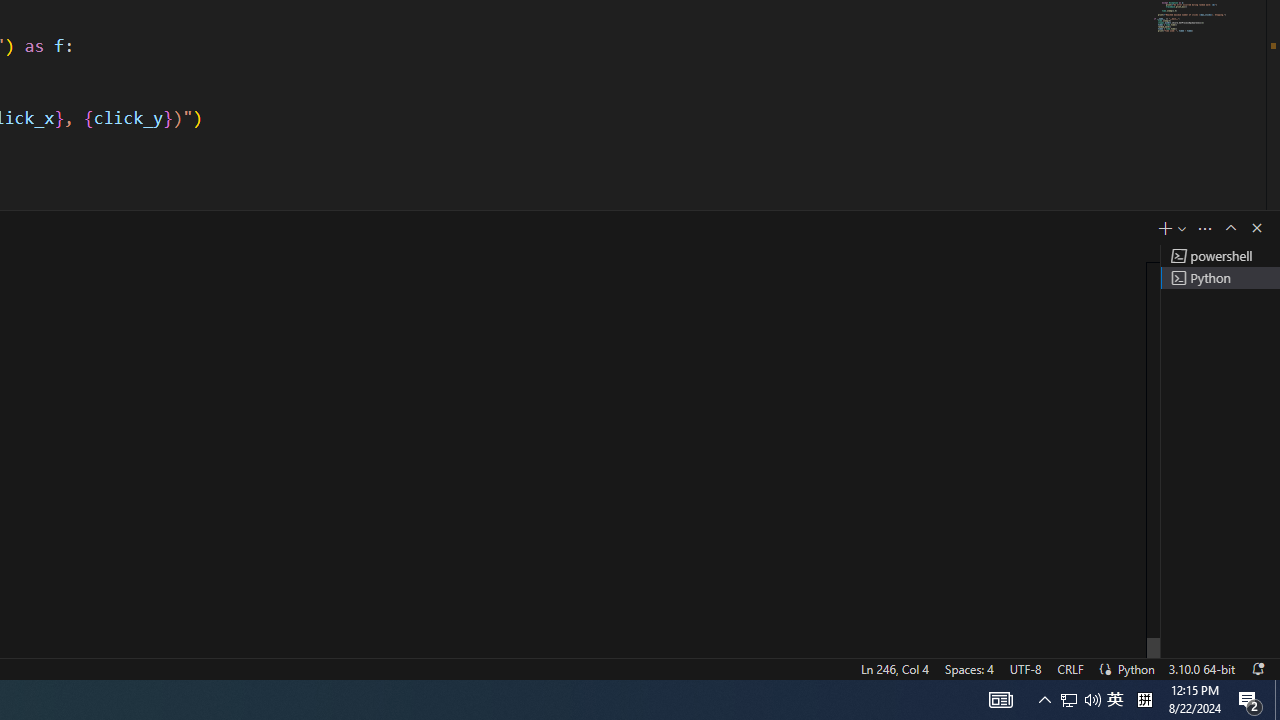  I want to click on 'CRLF', so click(1069, 668).